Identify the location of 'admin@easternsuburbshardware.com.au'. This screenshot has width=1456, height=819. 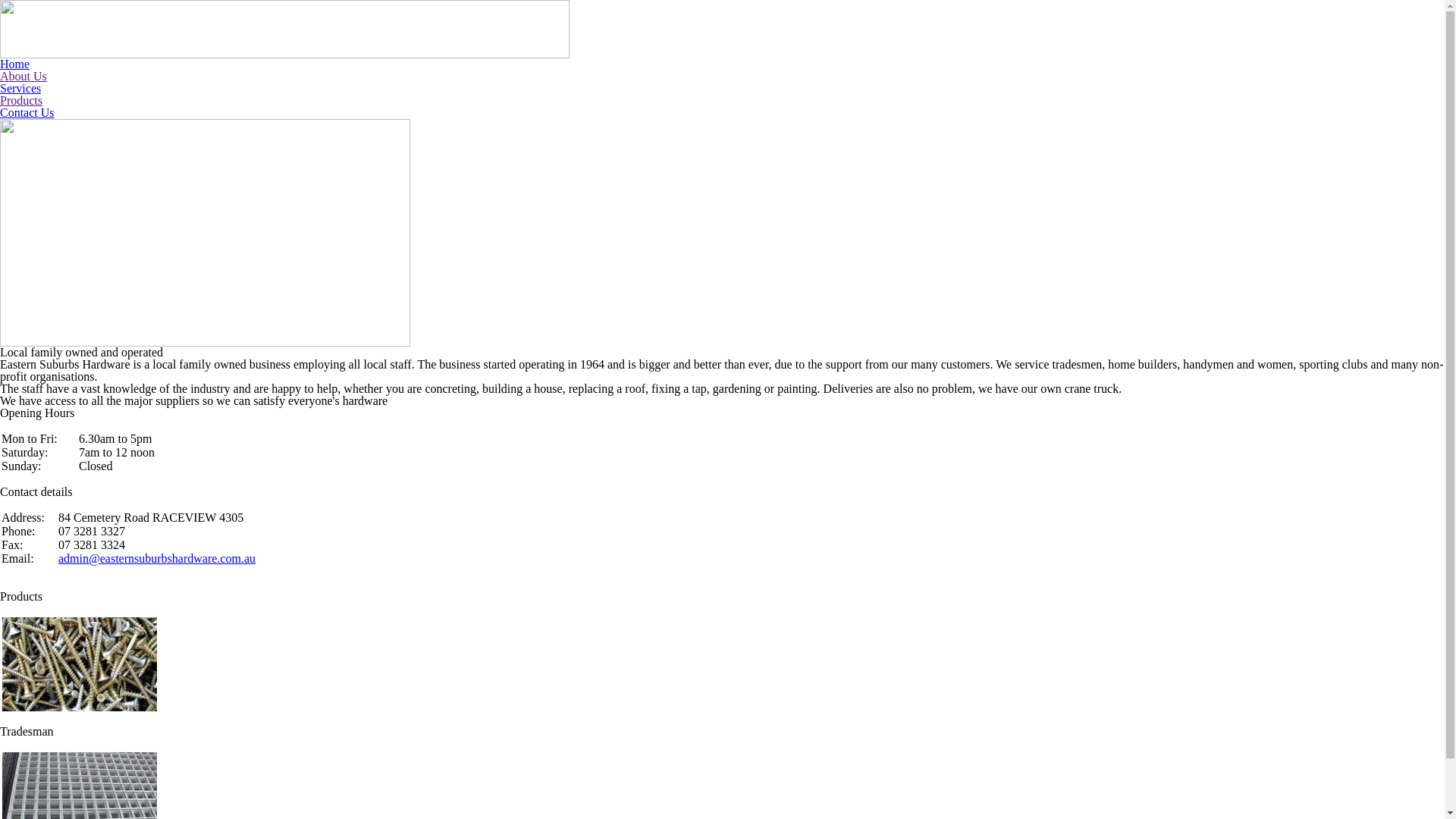
(58, 558).